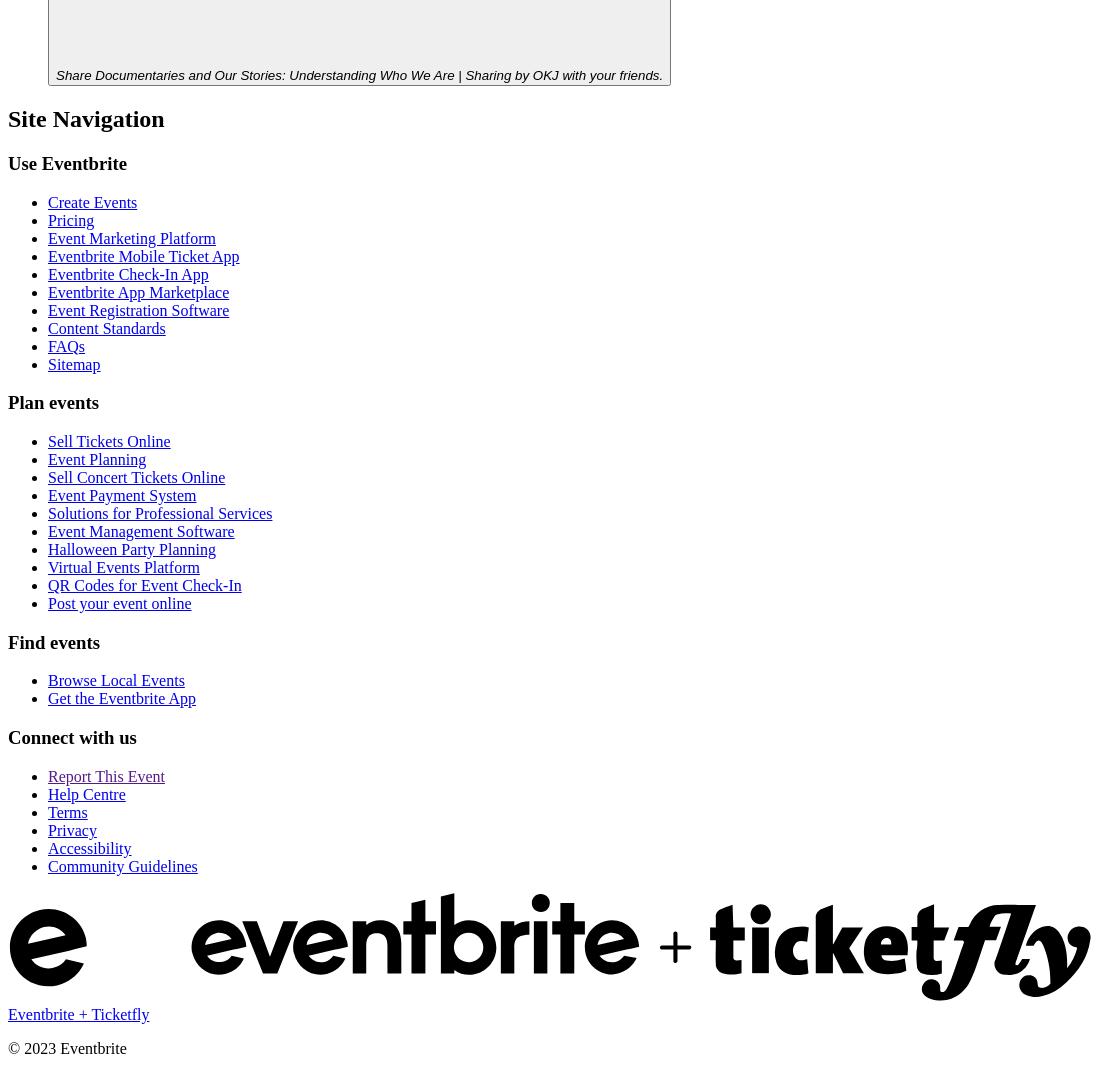  Describe the element at coordinates (7, 1013) in the screenshot. I see `'Eventbrite + Ticketfly'` at that location.